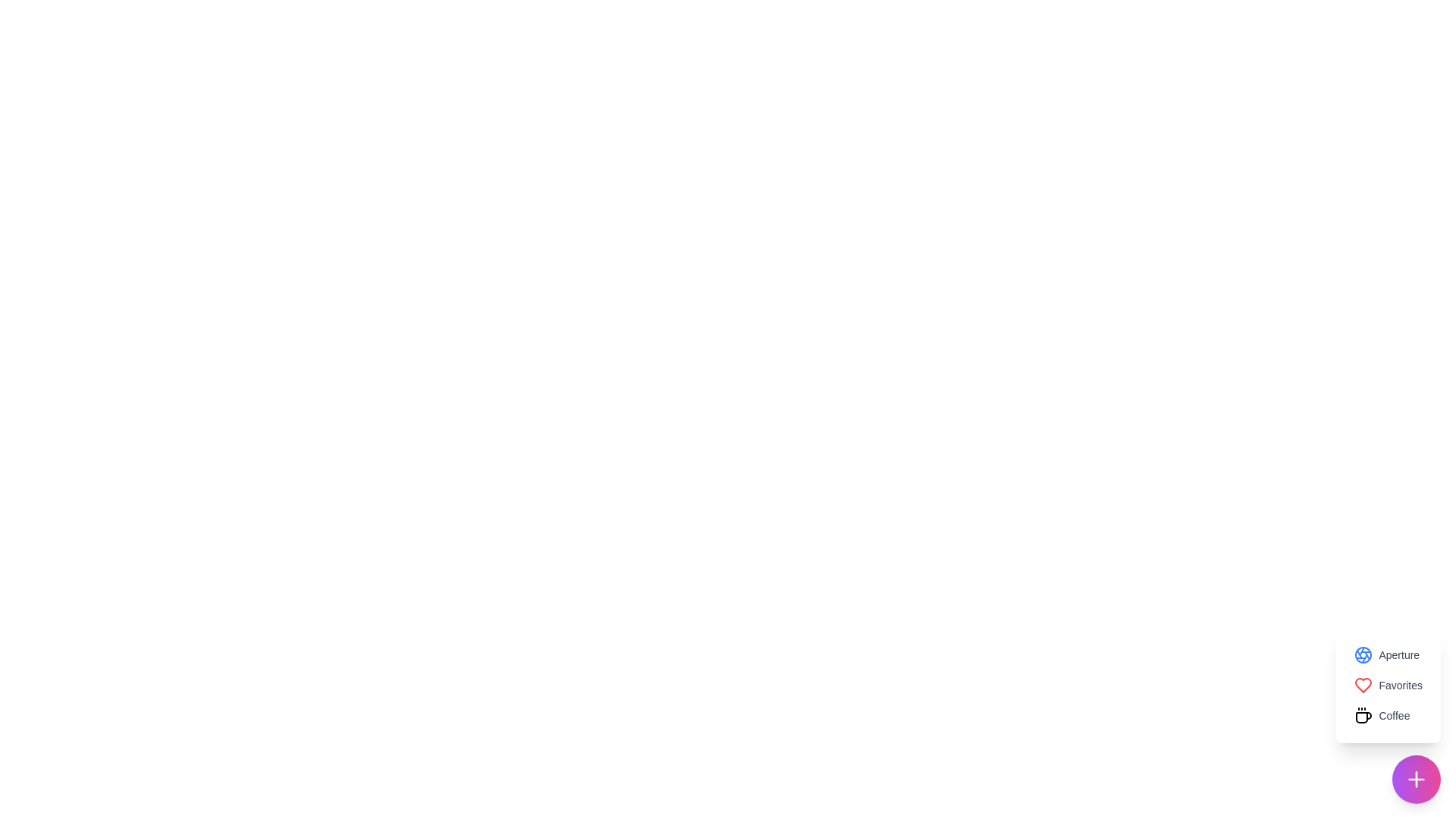 The image size is (1456, 819). I want to click on the toggle button to open or close the SpeedDial menu, so click(1415, 780).